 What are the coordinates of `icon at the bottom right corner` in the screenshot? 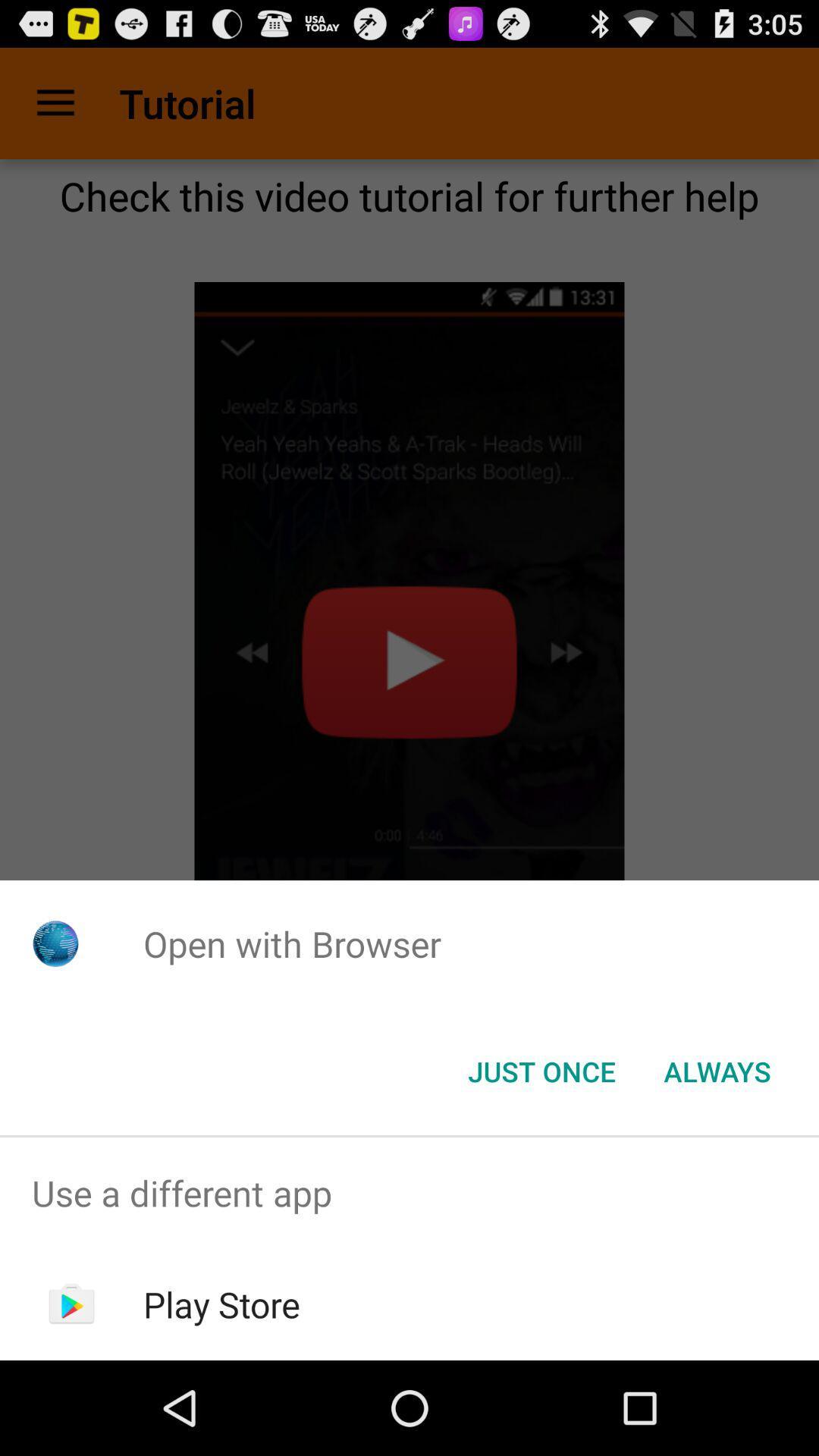 It's located at (717, 1070).